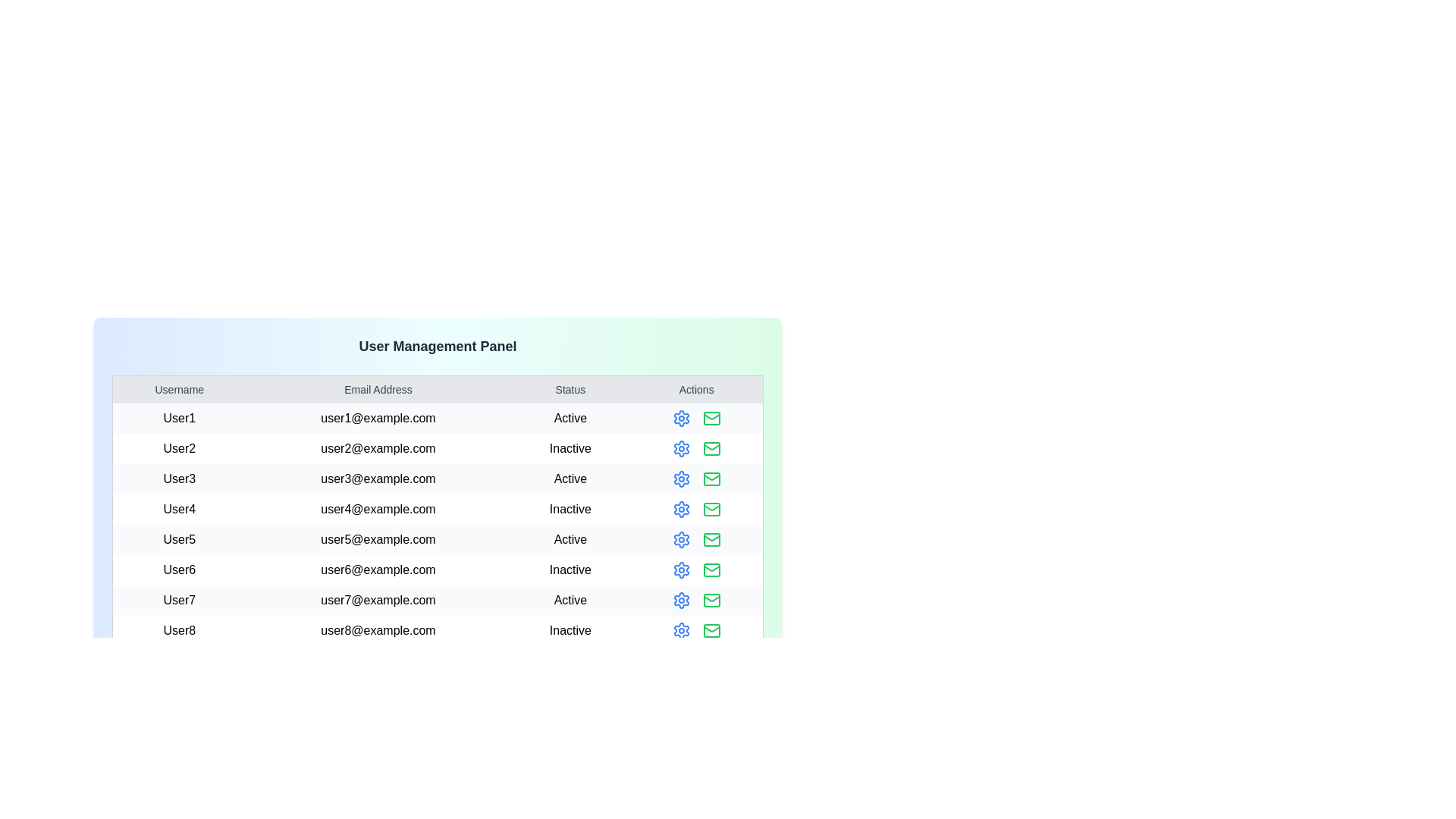 This screenshot has width=1456, height=819. Describe the element at coordinates (680, 418) in the screenshot. I see `the settings icon in the actions column for User1` at that location.